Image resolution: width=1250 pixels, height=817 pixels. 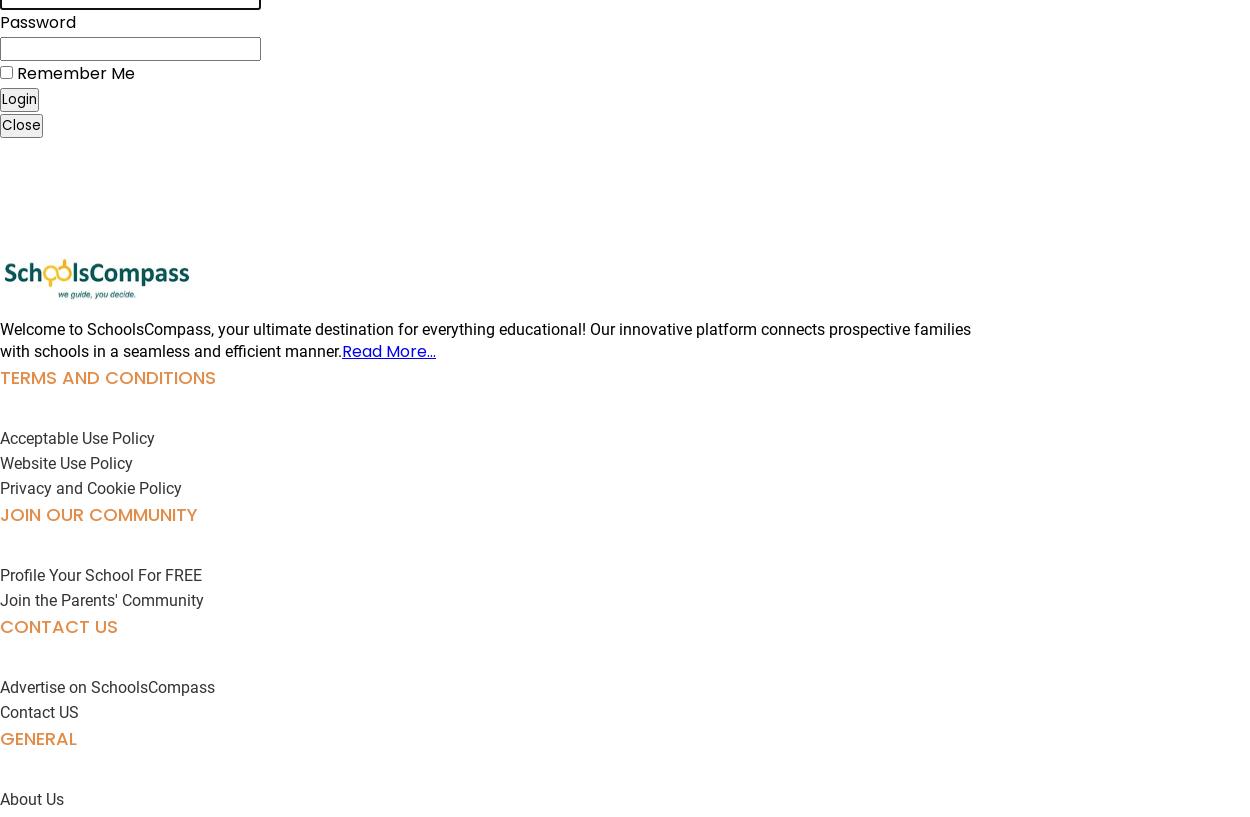 What do you see at coordinates (38, 21) in the screenshot?
I see `'Password'` at bounding box center [38, 21].